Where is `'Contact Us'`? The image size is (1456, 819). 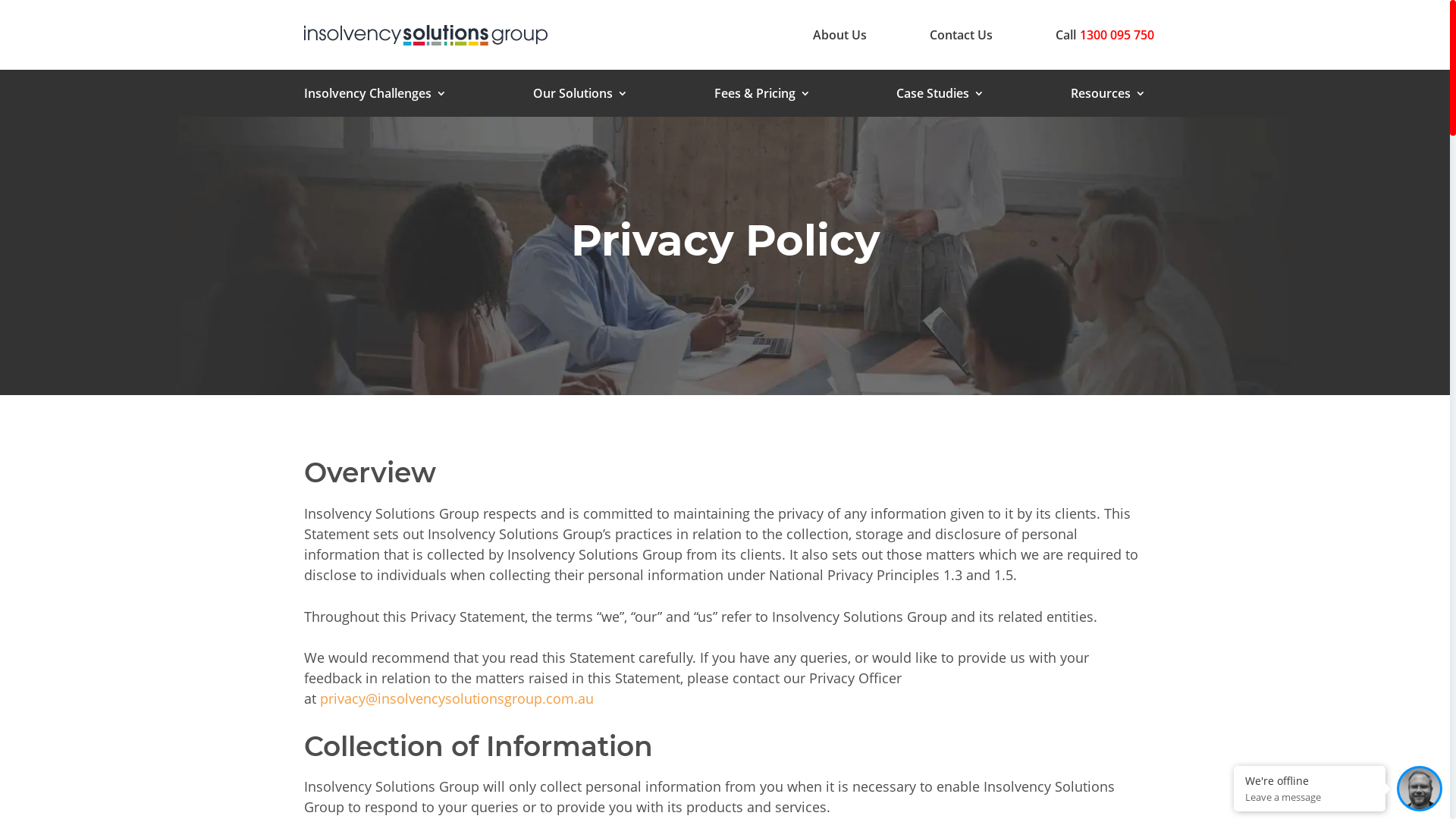
'Contact Us' is located at coordinates (960, 34).